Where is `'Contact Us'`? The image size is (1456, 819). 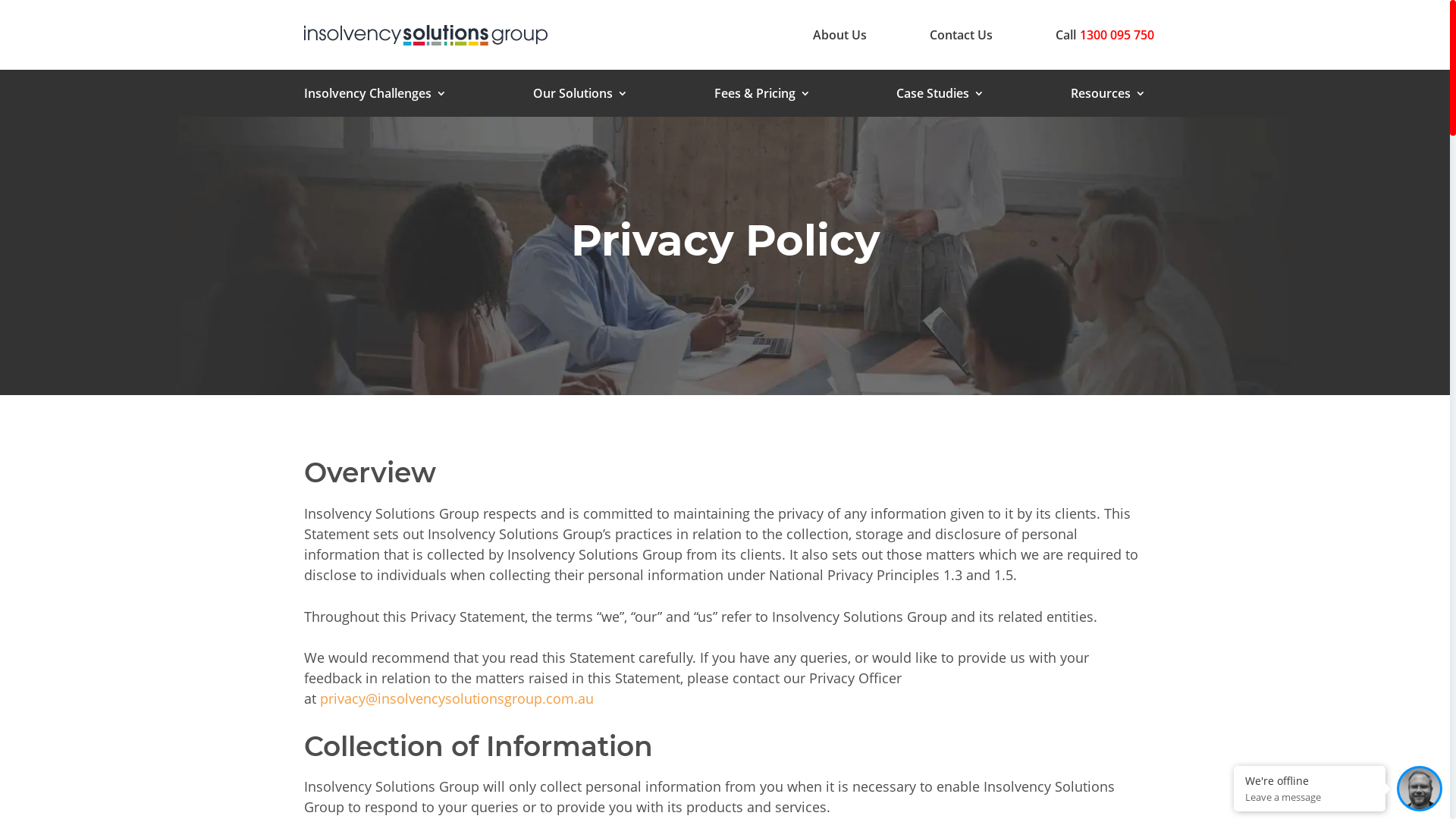
'Contact Us' is located at coordinates (960, 34).